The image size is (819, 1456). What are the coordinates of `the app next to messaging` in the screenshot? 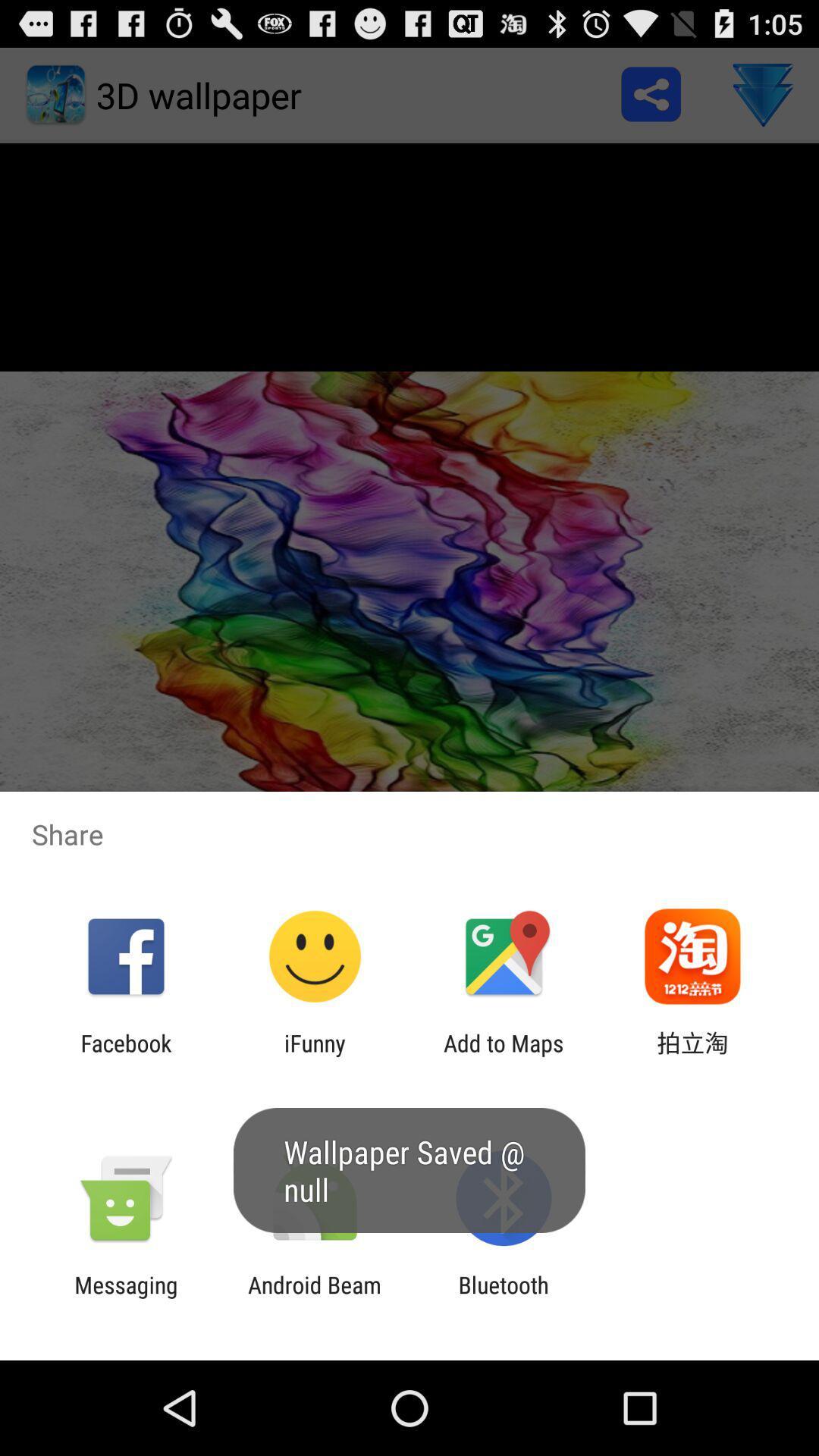 It's located at (314, 1298).